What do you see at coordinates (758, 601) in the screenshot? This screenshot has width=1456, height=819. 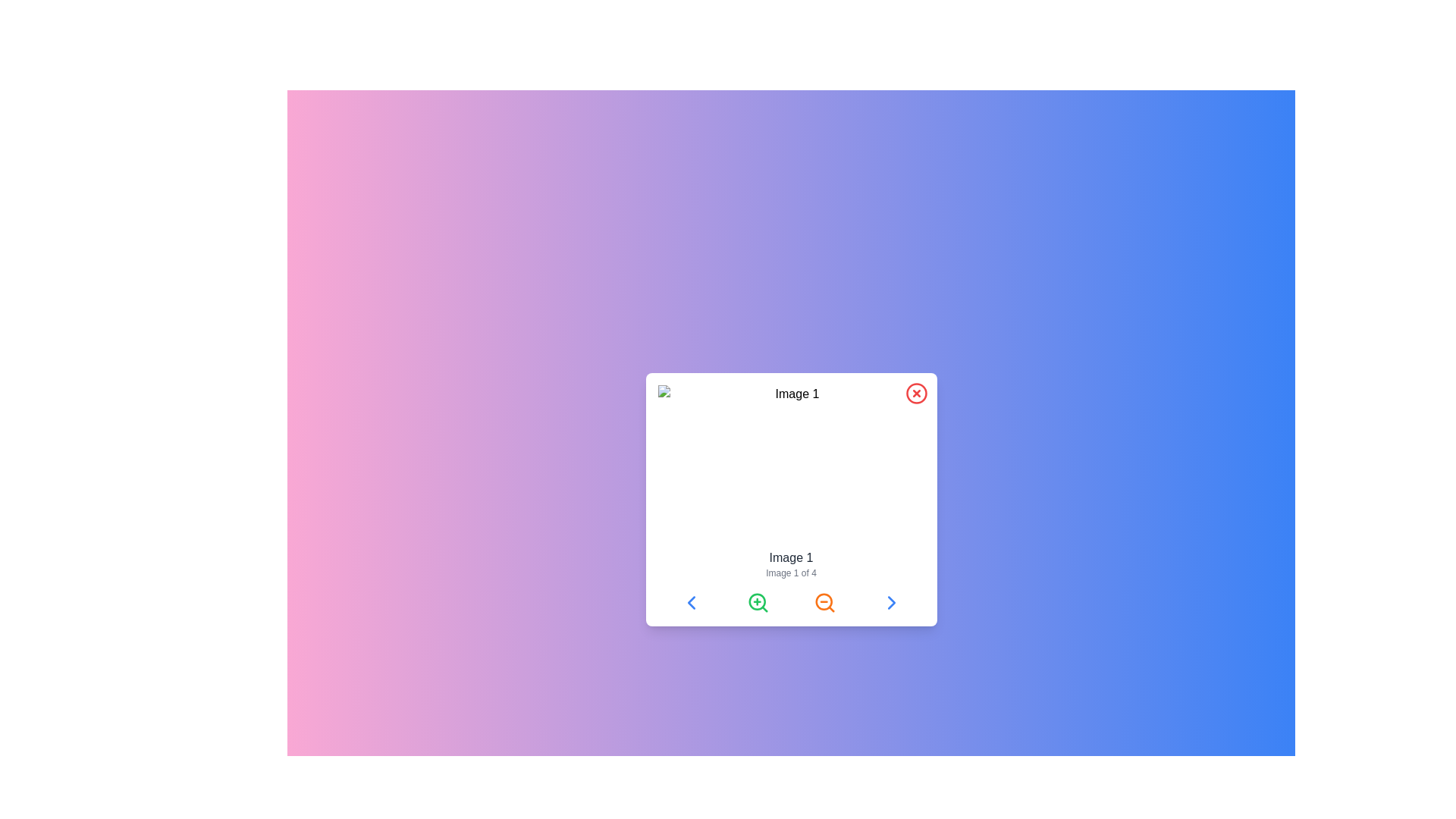 I see `the zoom-in button which resembles a magnifying glass icon with a green color and a plus sign inside it, located centrally towards the bottom of the dialog box` at bounding box center [758, 601].